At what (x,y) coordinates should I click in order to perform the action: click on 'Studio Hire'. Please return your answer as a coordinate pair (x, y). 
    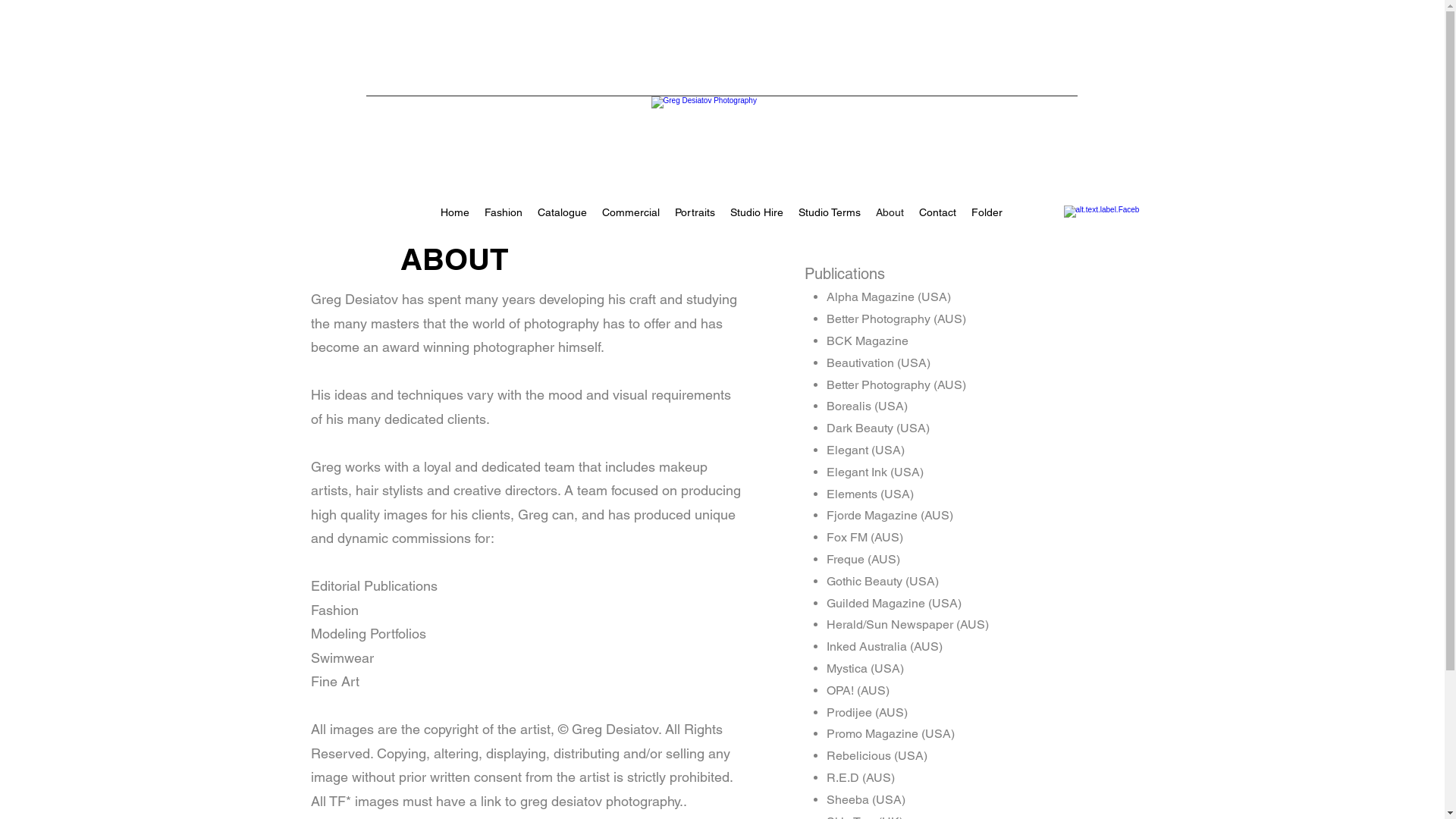
    Looking at the image, I should click on (757, 212).